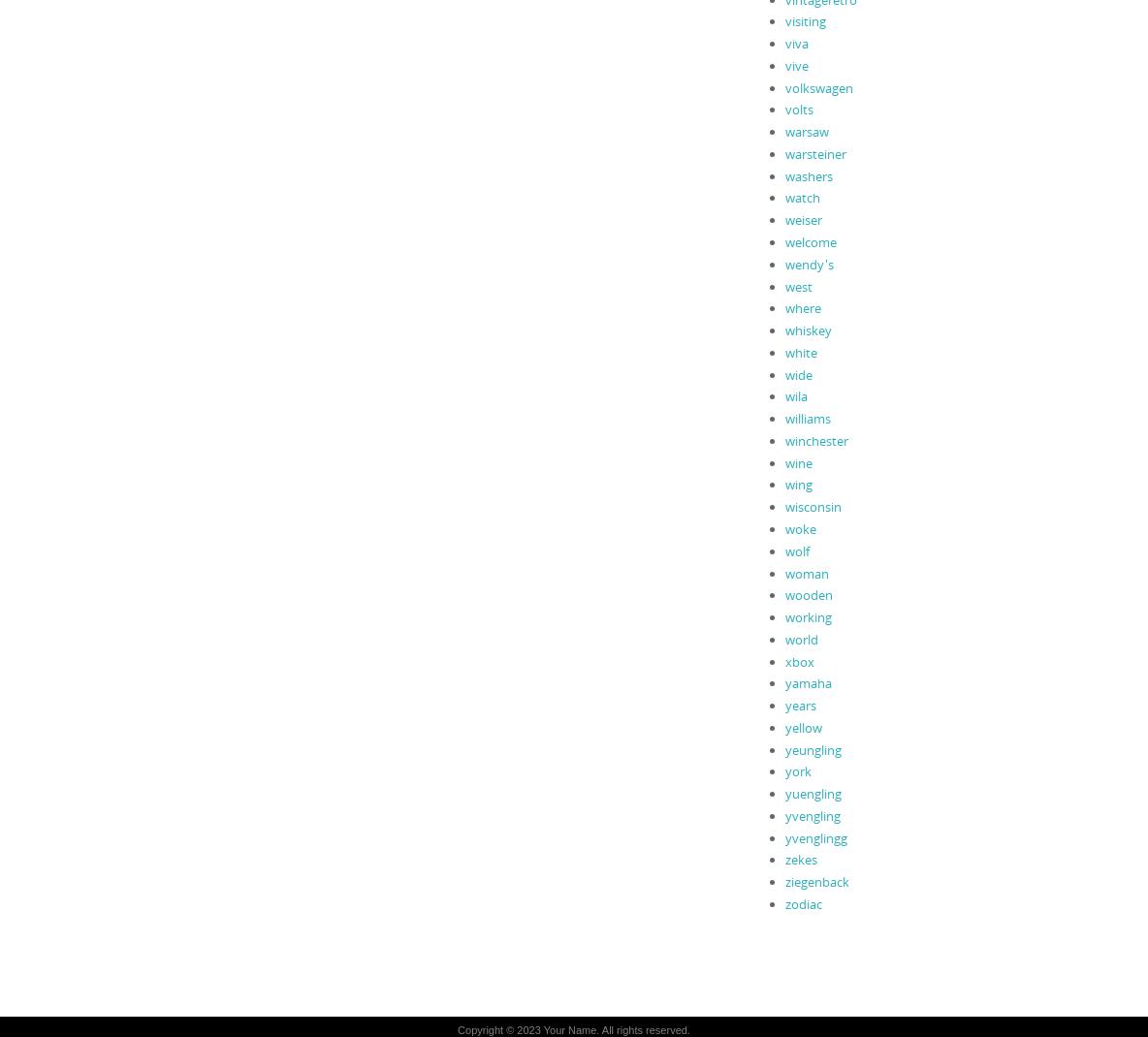 The width and height of the screenshot is (1148, 1037). What do you see at coordinates (783, 330) in the screenshot?
I see `'whiskey'` at bounding box center [783, 330].